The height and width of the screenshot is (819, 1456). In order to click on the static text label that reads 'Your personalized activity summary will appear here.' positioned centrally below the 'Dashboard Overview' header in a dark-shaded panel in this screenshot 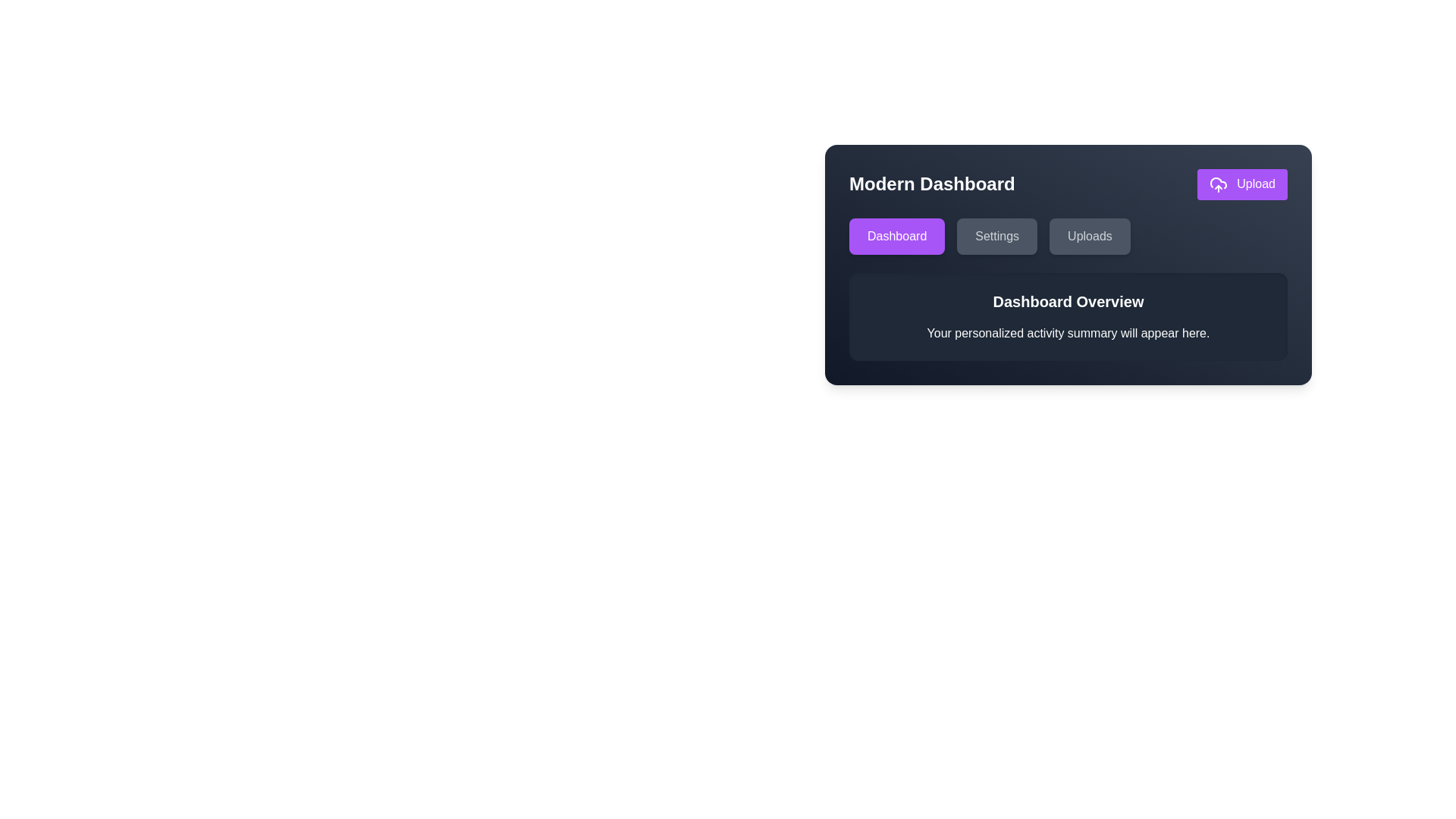, I will do `click(1068, 332)`.